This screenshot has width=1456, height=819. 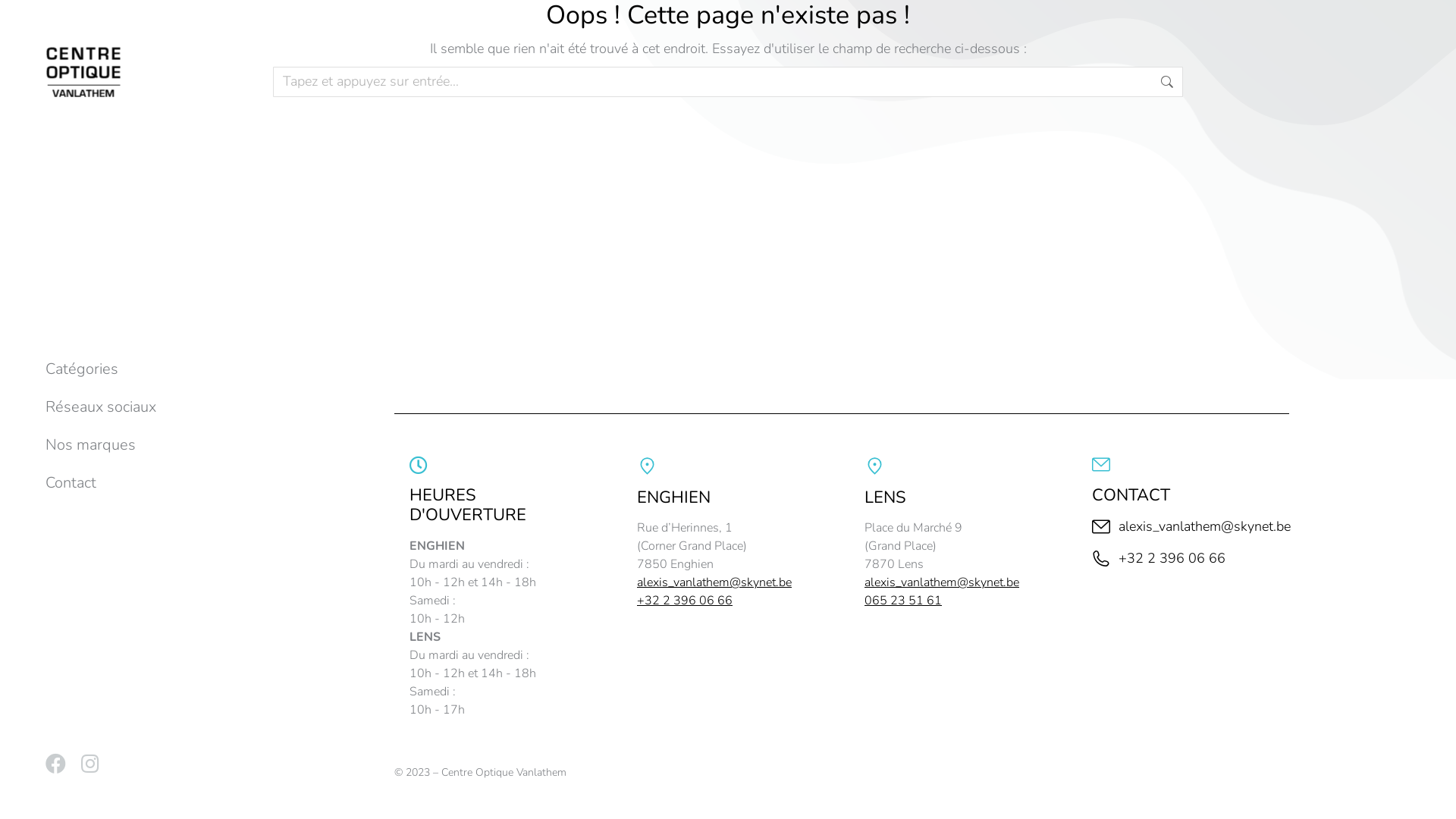 What do you see at coordinates (1182, 526) in the screenshot?
I see `'alexis_vanlathem@skynet.be'` at bounding box center [1182, 526].